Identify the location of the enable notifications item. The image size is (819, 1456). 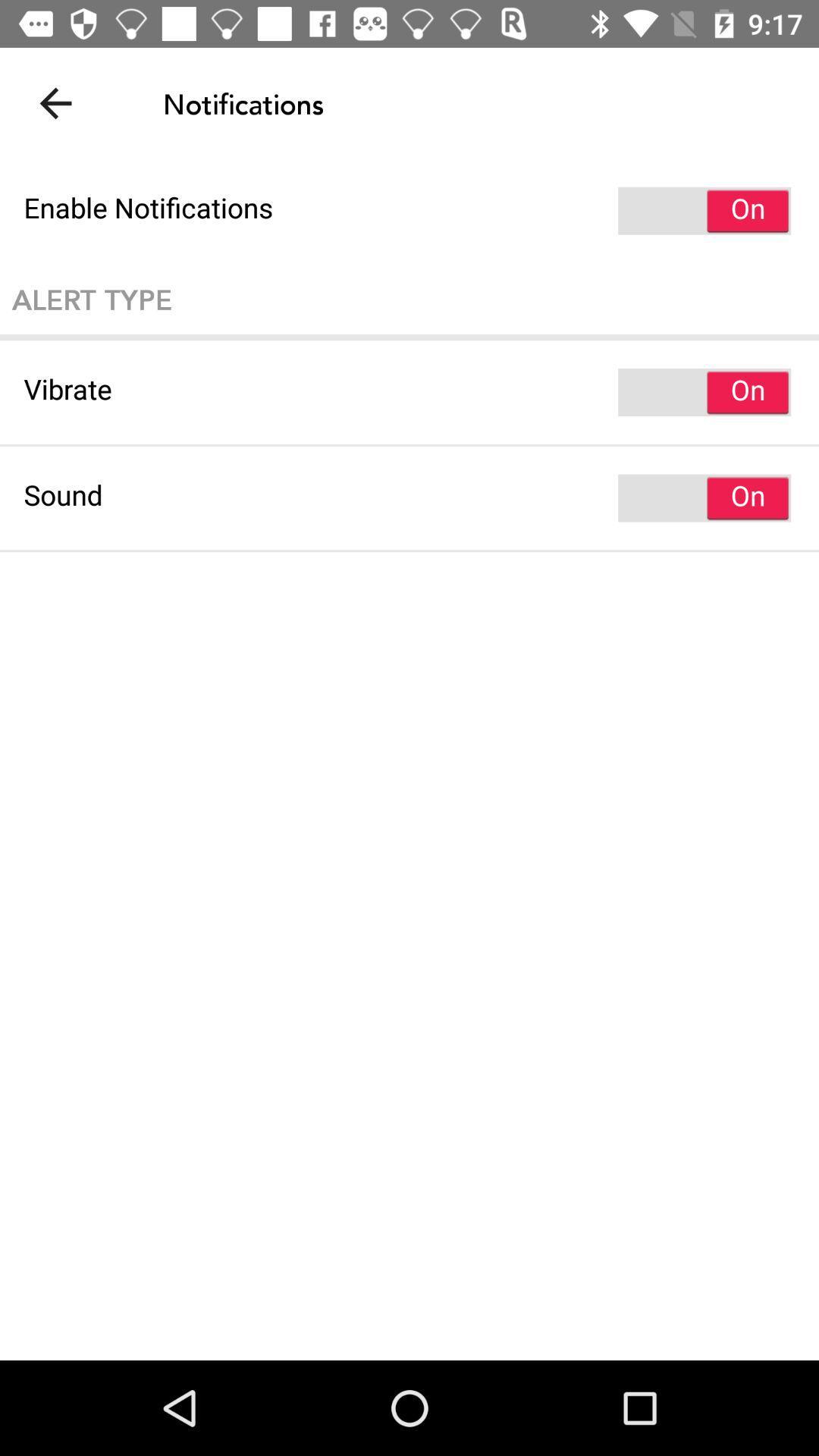
(409, 210).